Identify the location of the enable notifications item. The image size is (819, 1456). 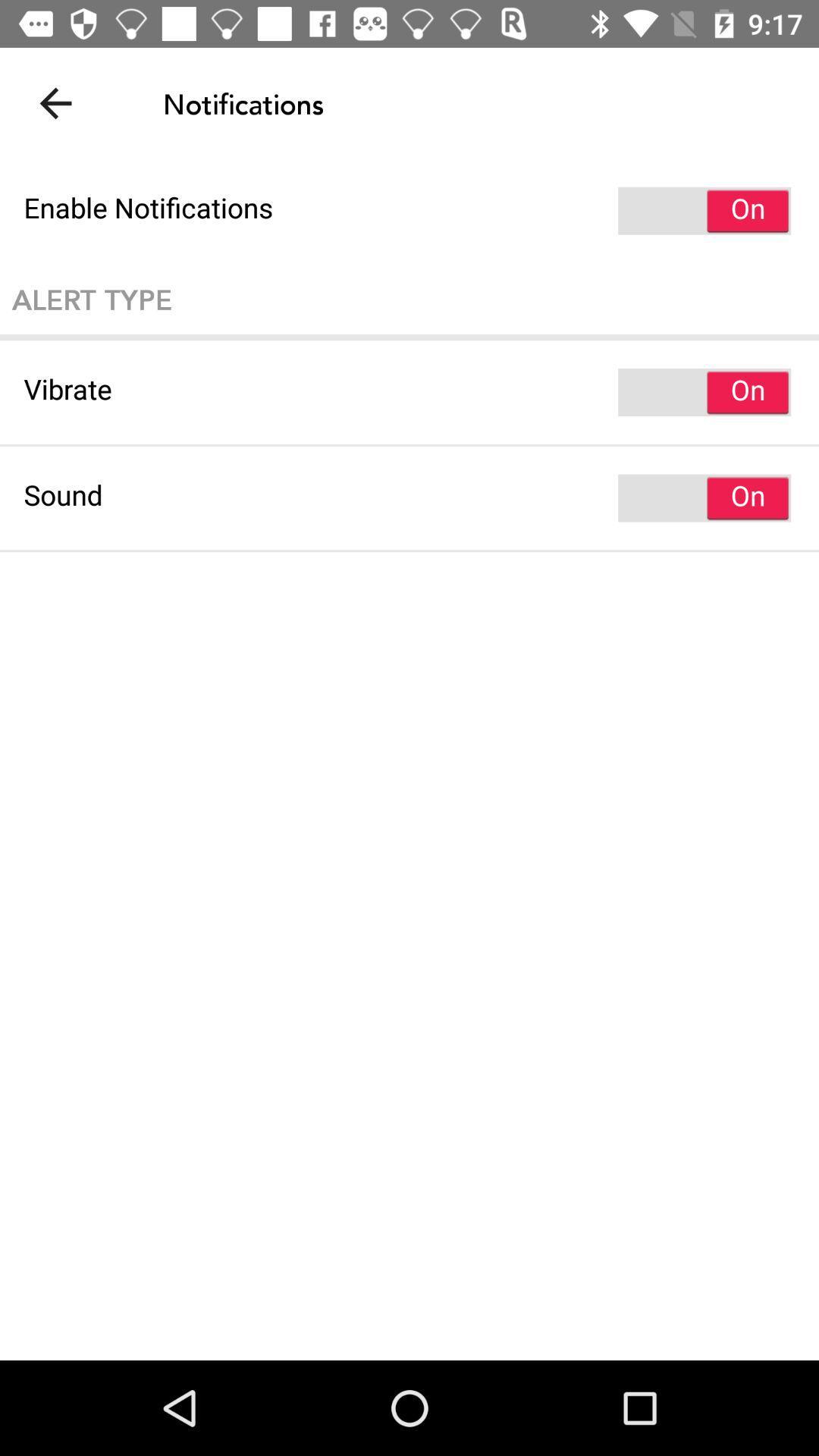
(409, 210).